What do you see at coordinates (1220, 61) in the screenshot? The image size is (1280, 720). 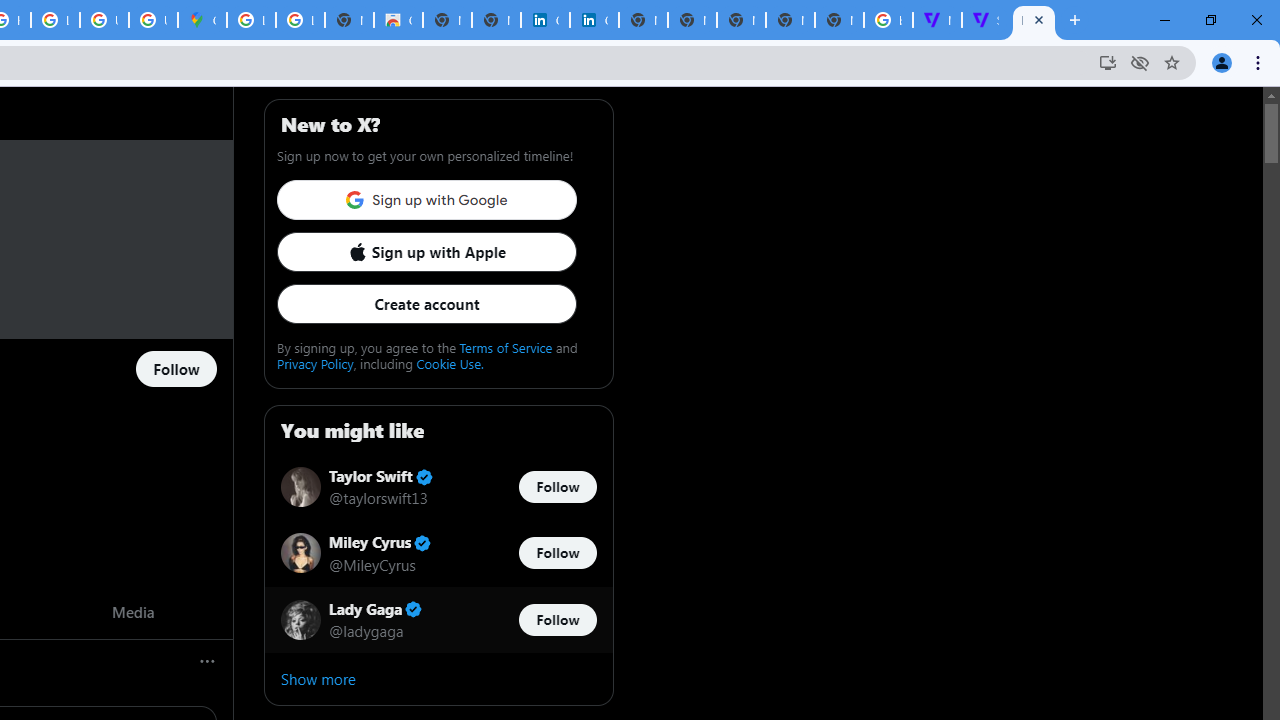 I see `'You'` at bounding box center [1220, 61].